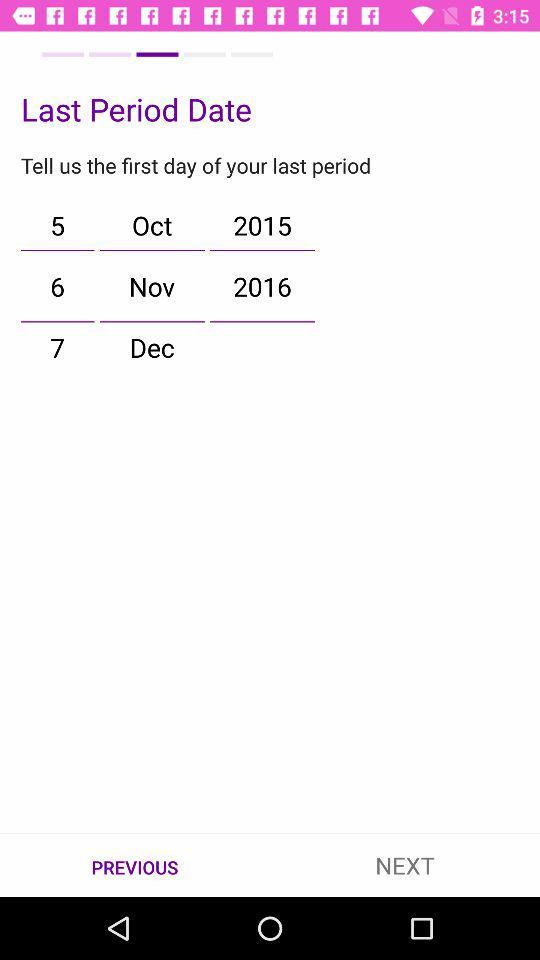  Describe the element at coordinates (135, 865) in the screenshot. I see `previous icon` at that location.